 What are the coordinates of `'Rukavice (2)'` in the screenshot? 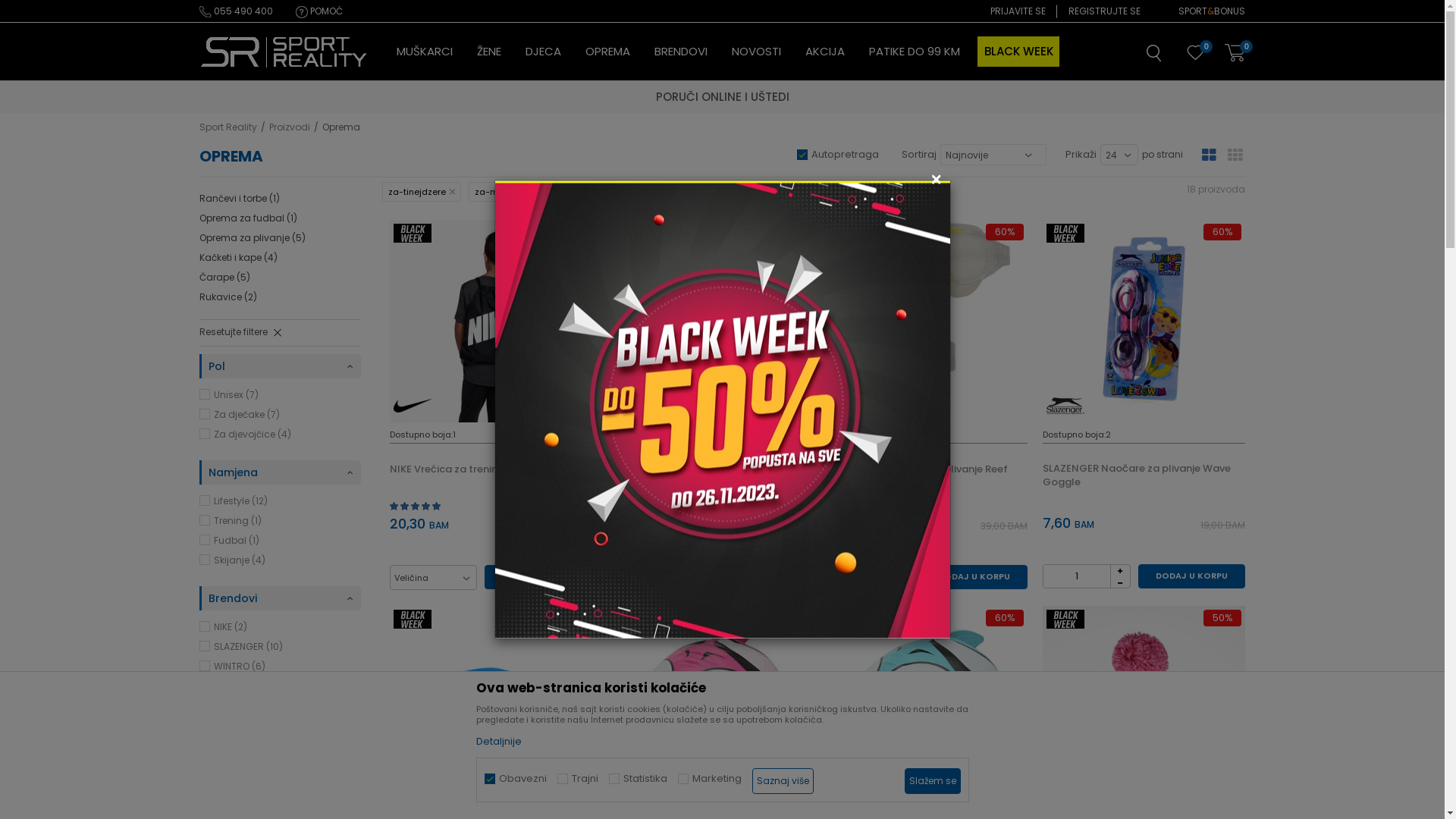 It's located at (226, 297).